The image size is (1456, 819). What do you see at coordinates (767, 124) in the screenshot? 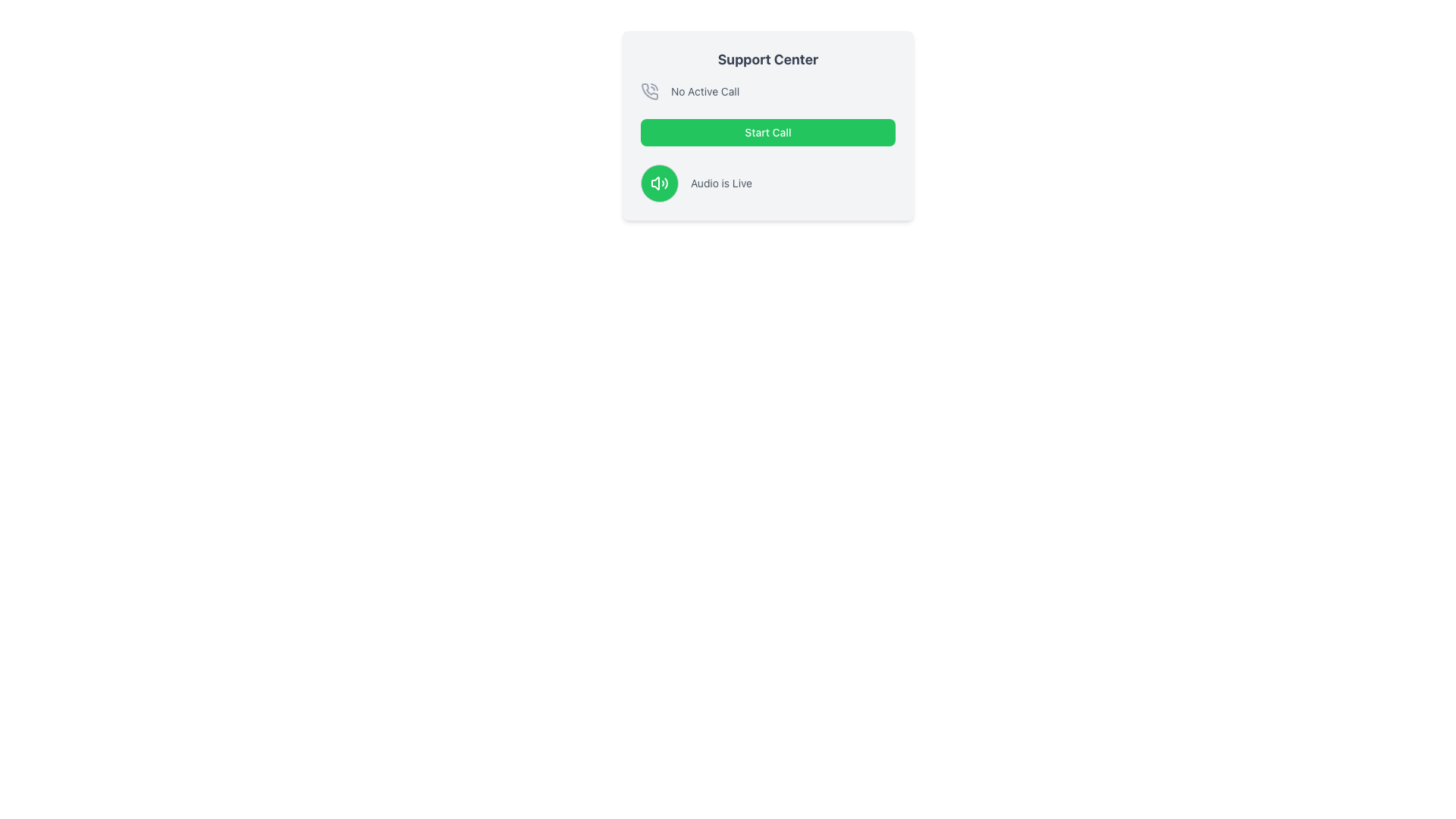
I see `the call initiation button located centrally below the 'No Active Call' text and above the 'Audio is Live' section to receive visual feedback` at bounding box center [767, 124].